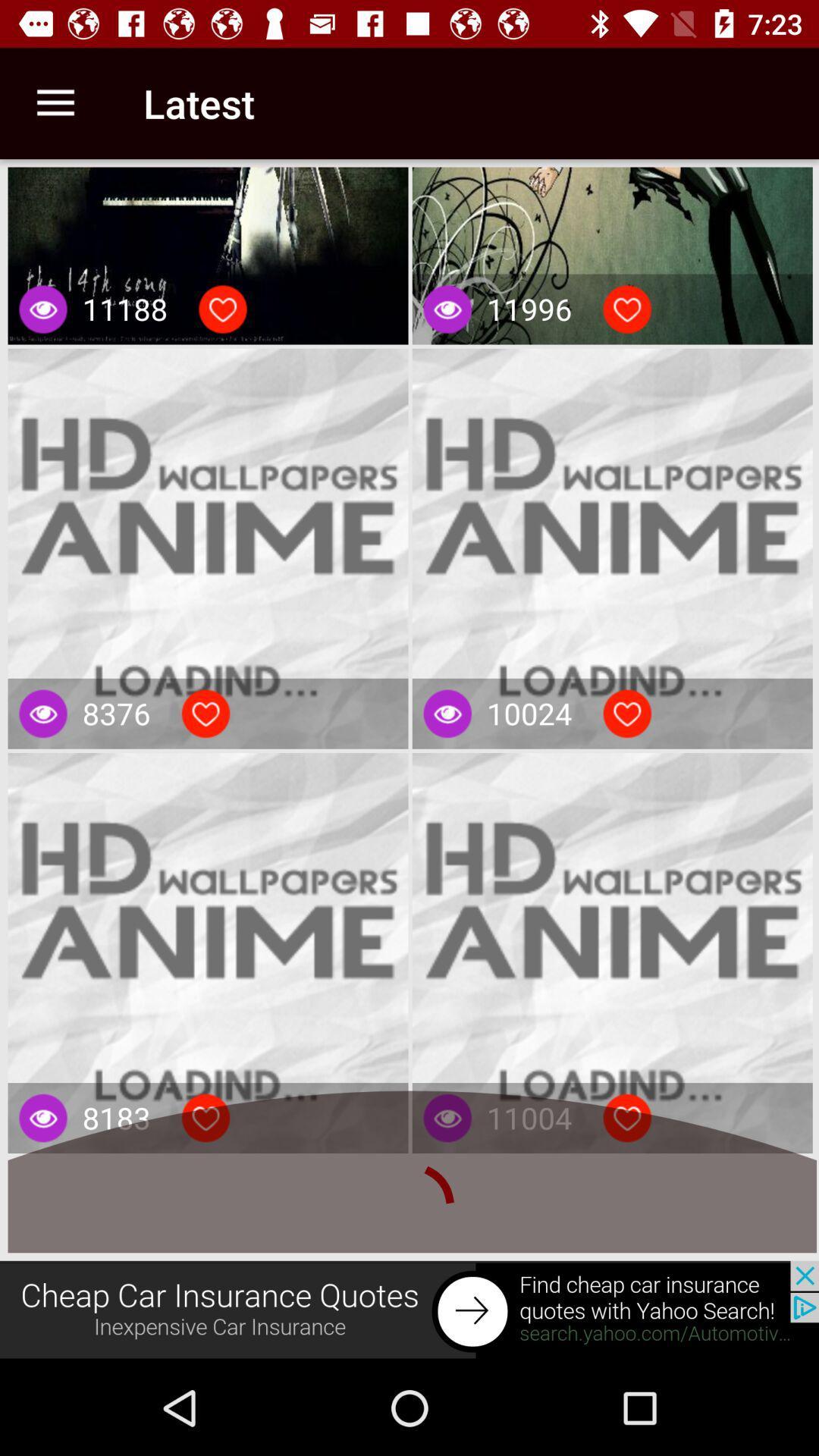 The width and height of the screenshot is (819, 1456). Describe the element at coordinates (627, 309) in the screenshot. I see `like this` at that location.